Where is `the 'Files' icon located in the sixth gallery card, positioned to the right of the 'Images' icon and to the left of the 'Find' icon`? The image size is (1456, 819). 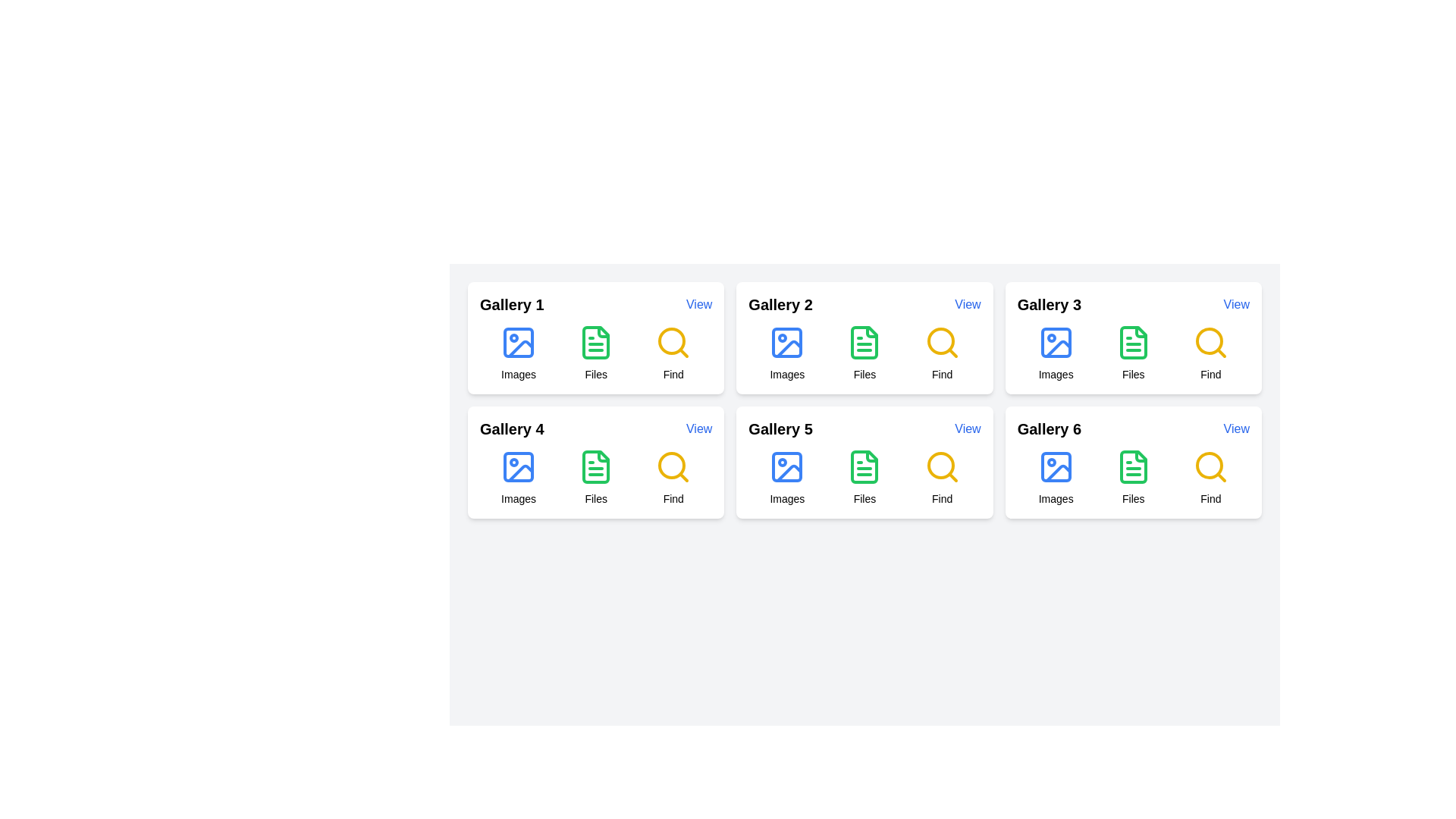 the 'Files' icon located in the sixth gallery card, positioned to the right of the 'Images' icon and to the left of the 'Find' icon is located at coordinates (1133, 466).